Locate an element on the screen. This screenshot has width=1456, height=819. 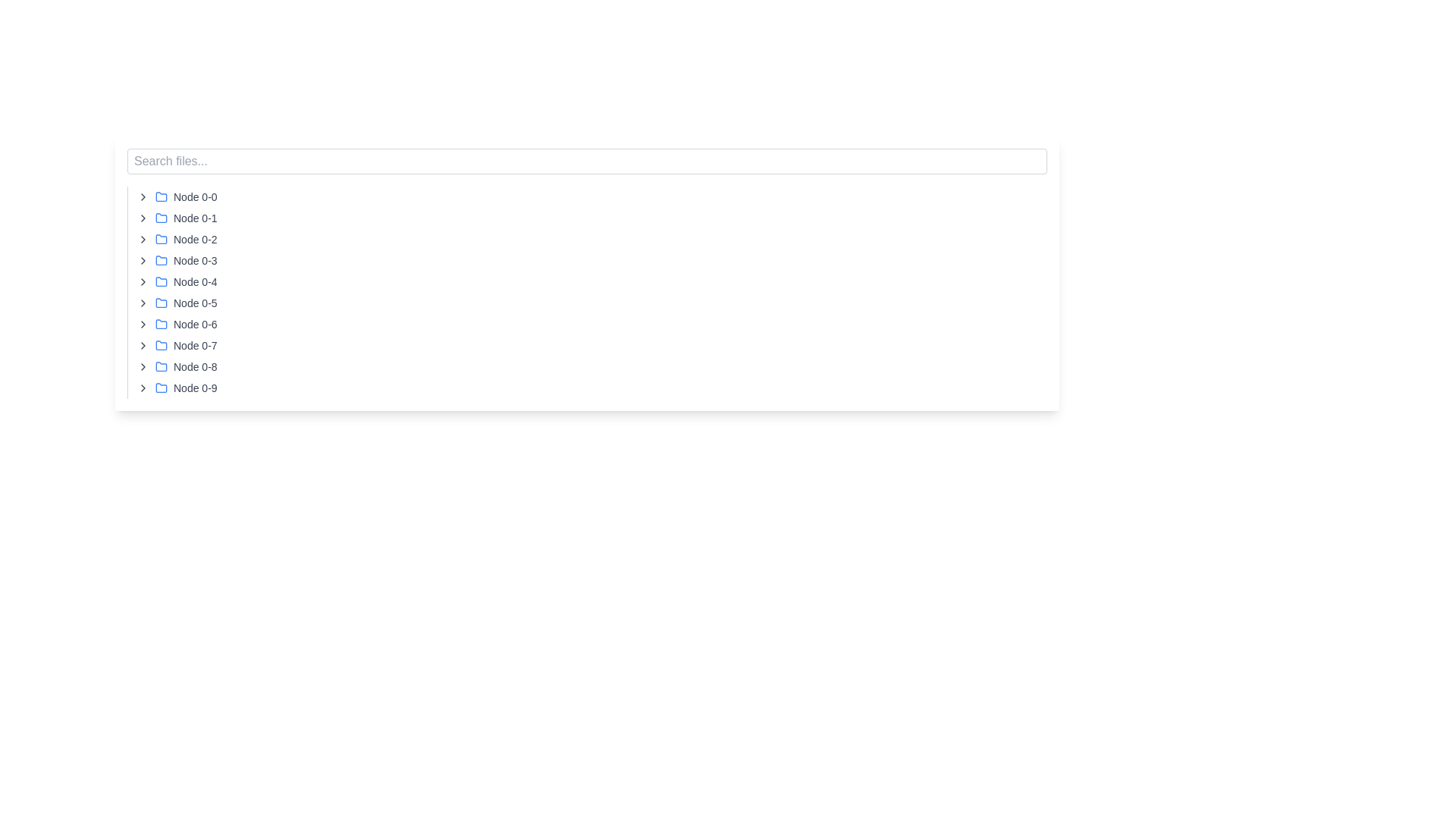
the Chevron Icon, which is a right-pointing arrow located to the left of the label 'Node 0-4' is located at coordinates (143, 281).